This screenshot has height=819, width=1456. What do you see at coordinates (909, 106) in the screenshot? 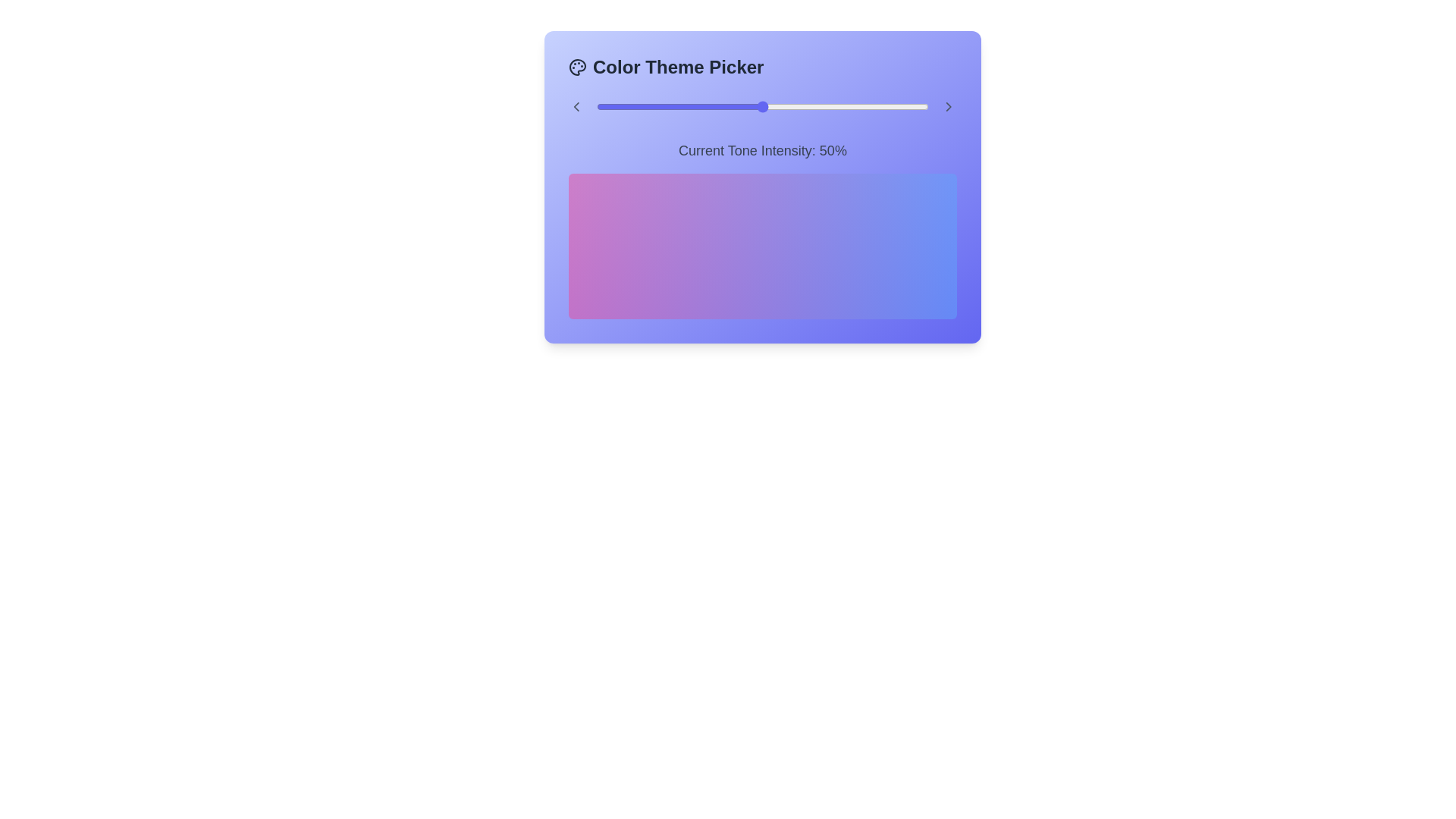
I see `the tone intensity slider to 94%` at bounding box center [909, 106].